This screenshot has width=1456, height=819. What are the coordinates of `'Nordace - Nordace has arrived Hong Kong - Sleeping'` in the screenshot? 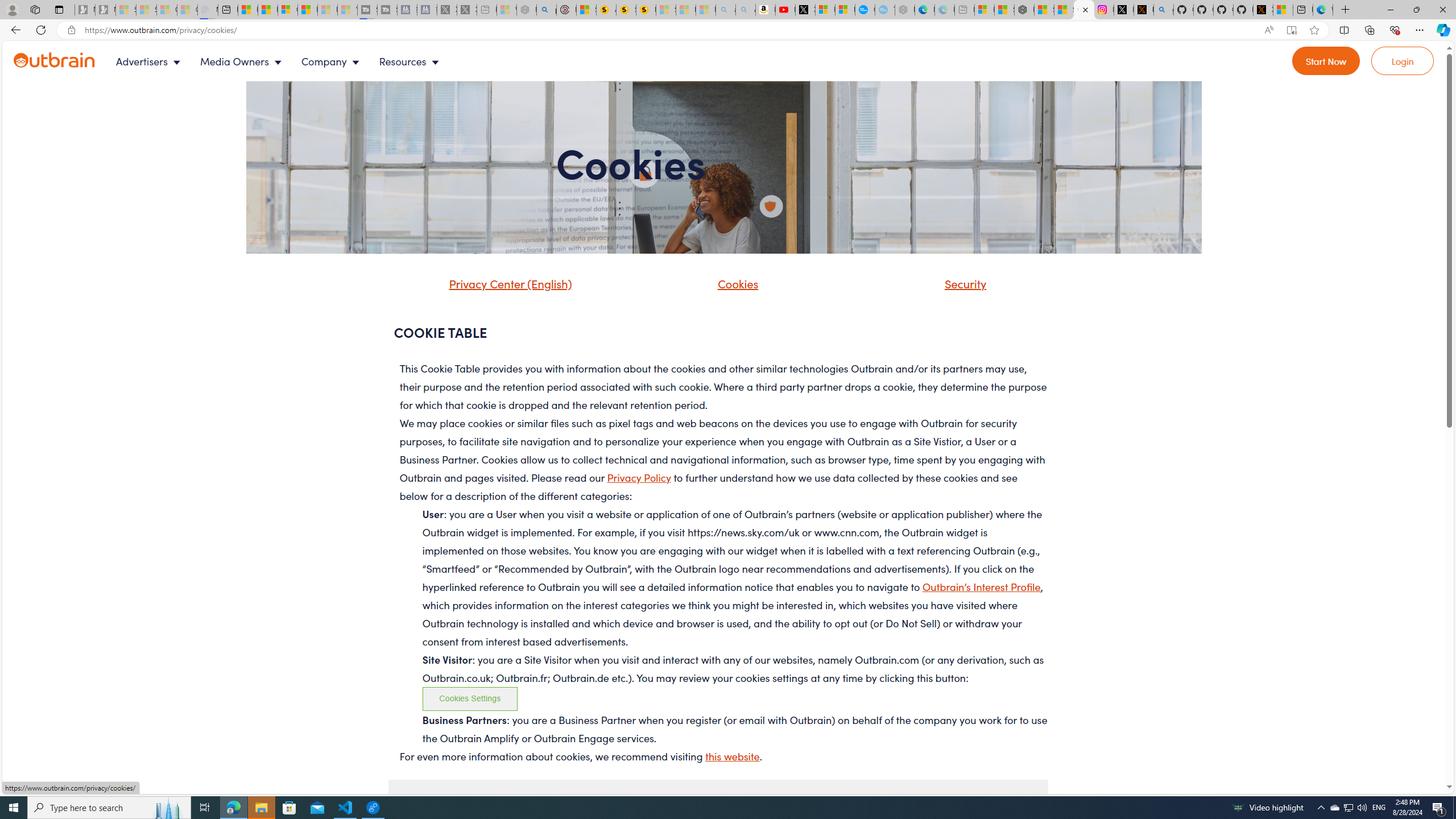 It's located at (904, 9).